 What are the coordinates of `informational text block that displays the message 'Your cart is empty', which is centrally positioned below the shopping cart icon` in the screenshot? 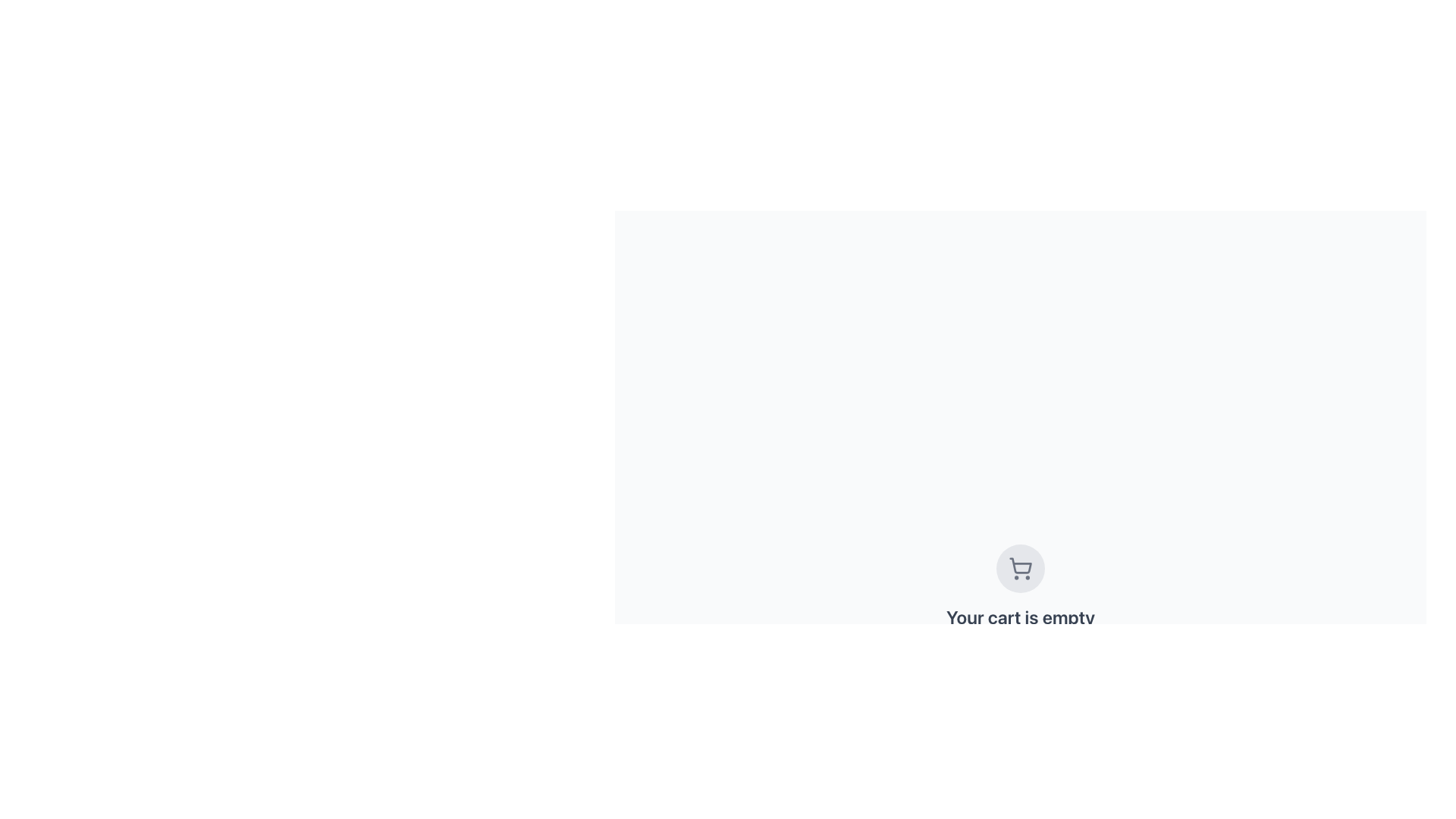 It's located at (1020, 617).